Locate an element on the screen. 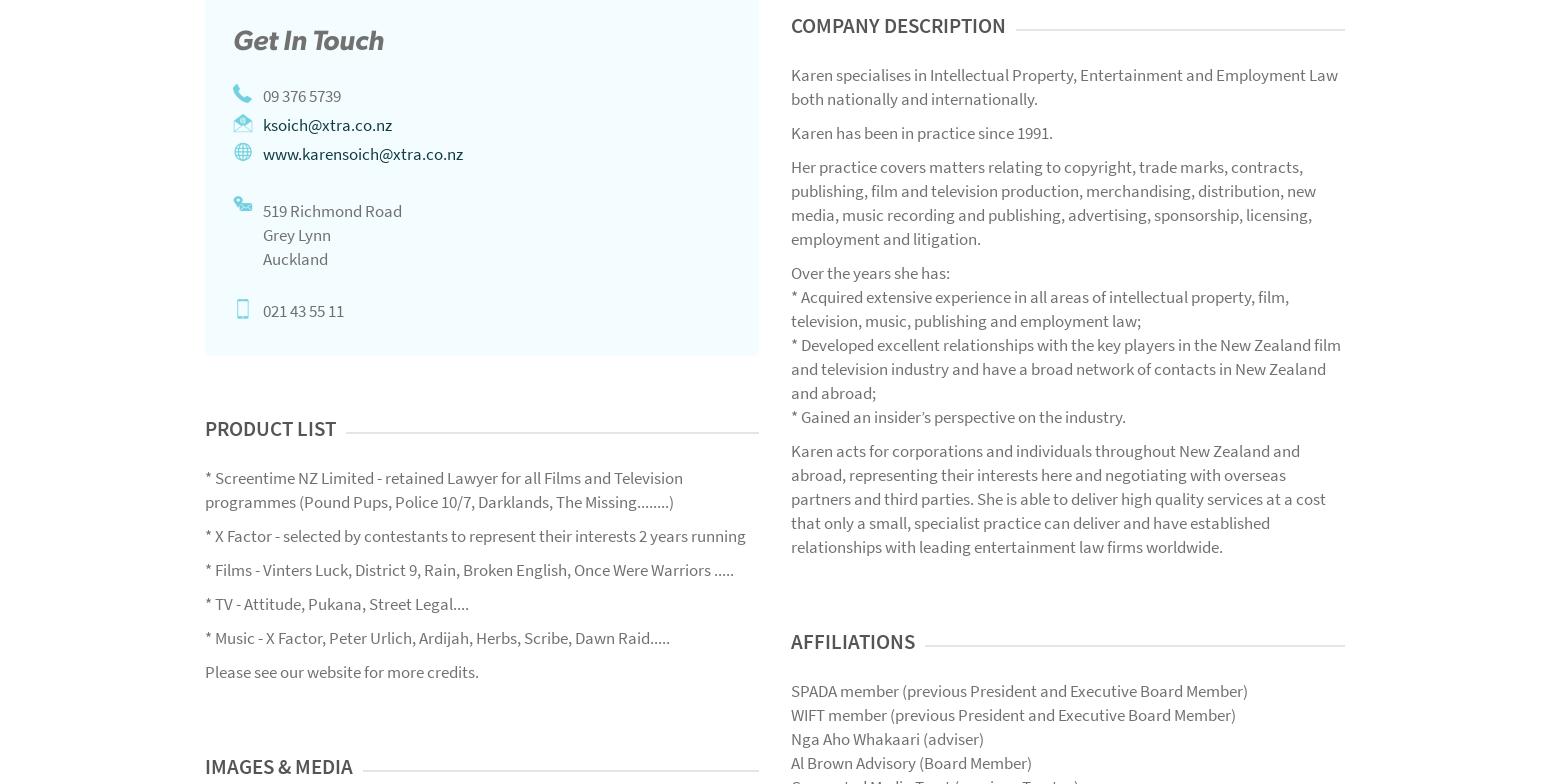 The image size is (1550, 784). 'SPADA member  (previous President and Executive Board Member)' is located at coordinates (1019, 691).